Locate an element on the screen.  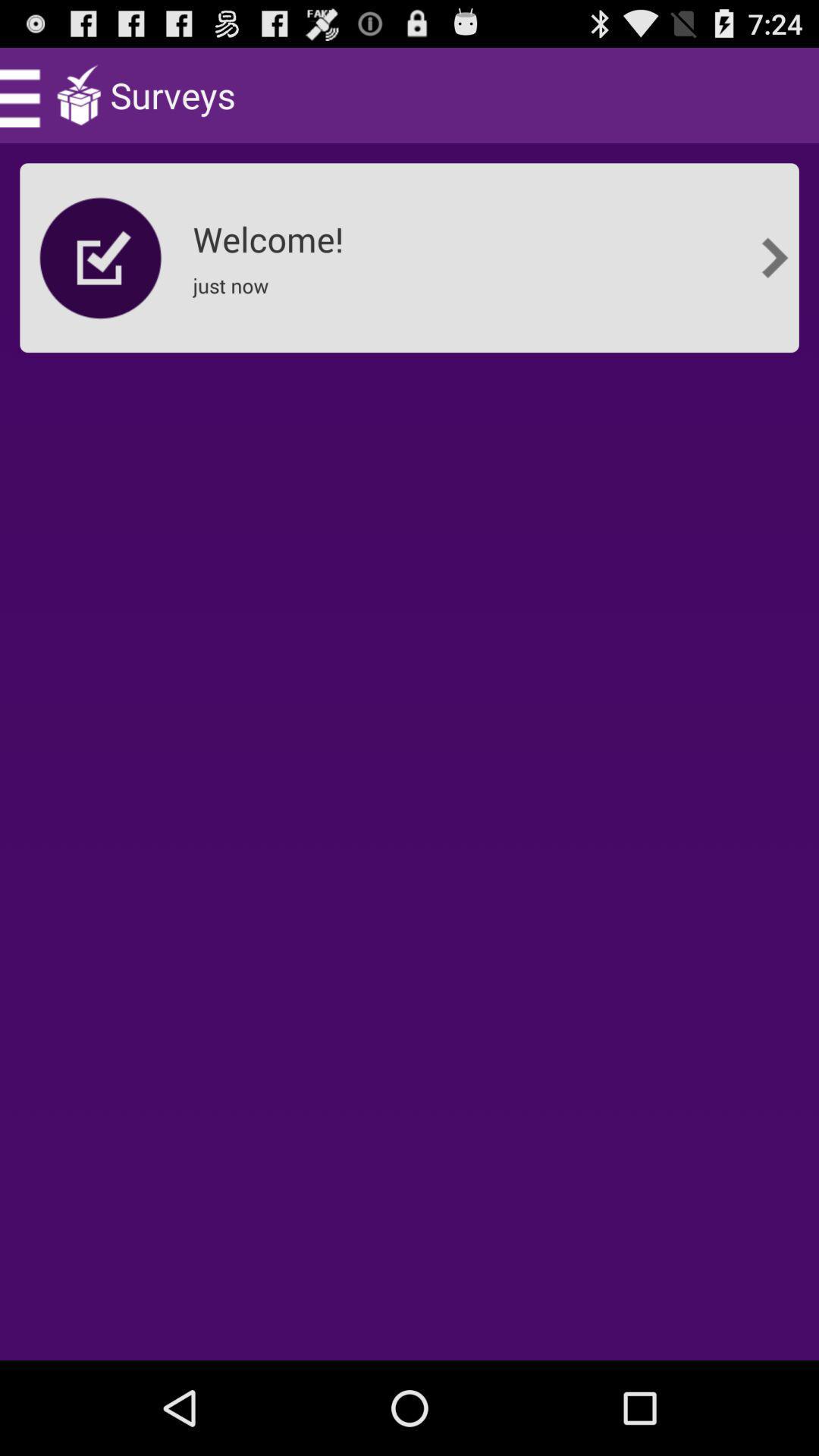
the just now item is located at coordinates (235, 295).